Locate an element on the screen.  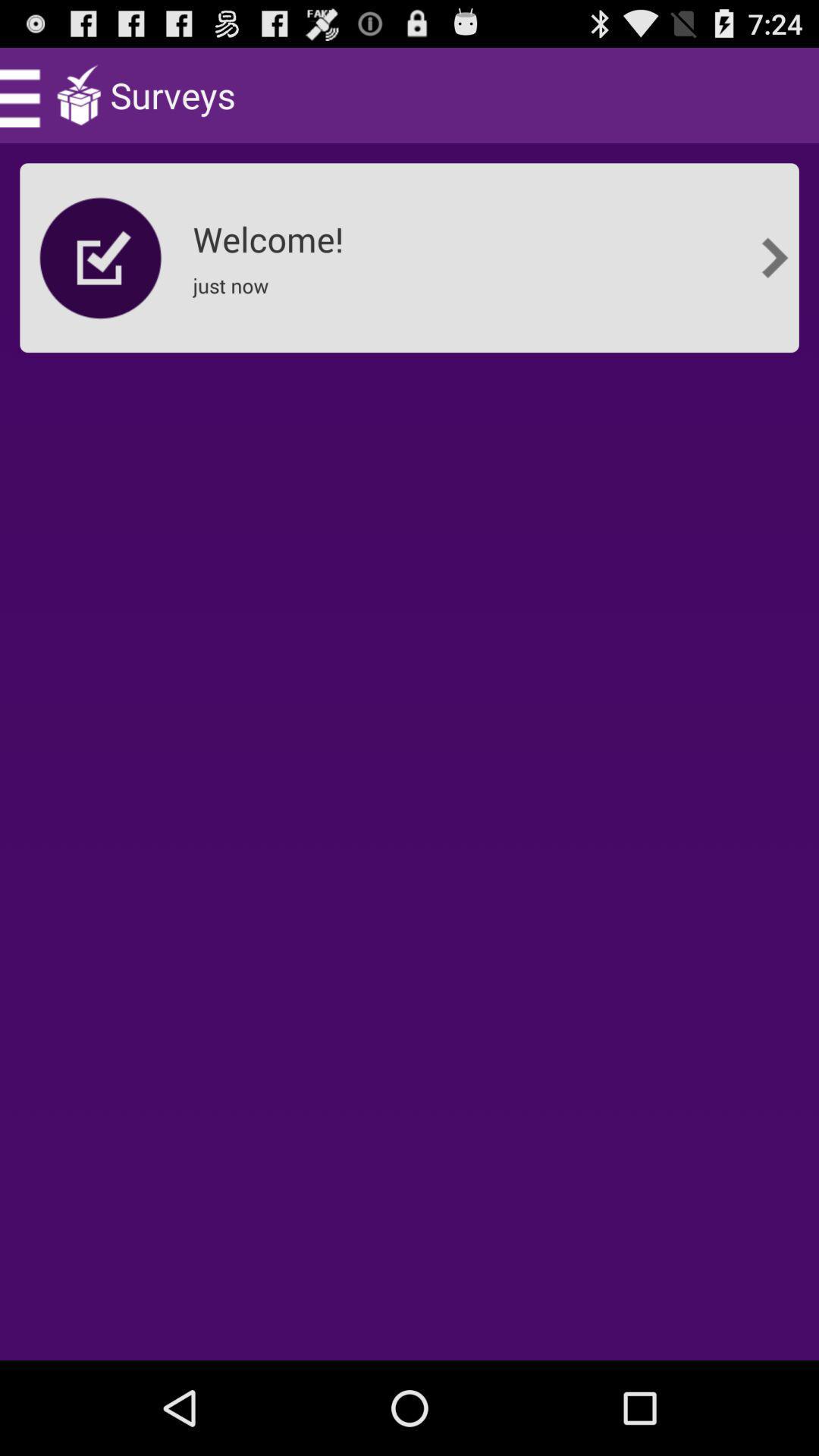
the just now item is located at coordinates (235, 295).